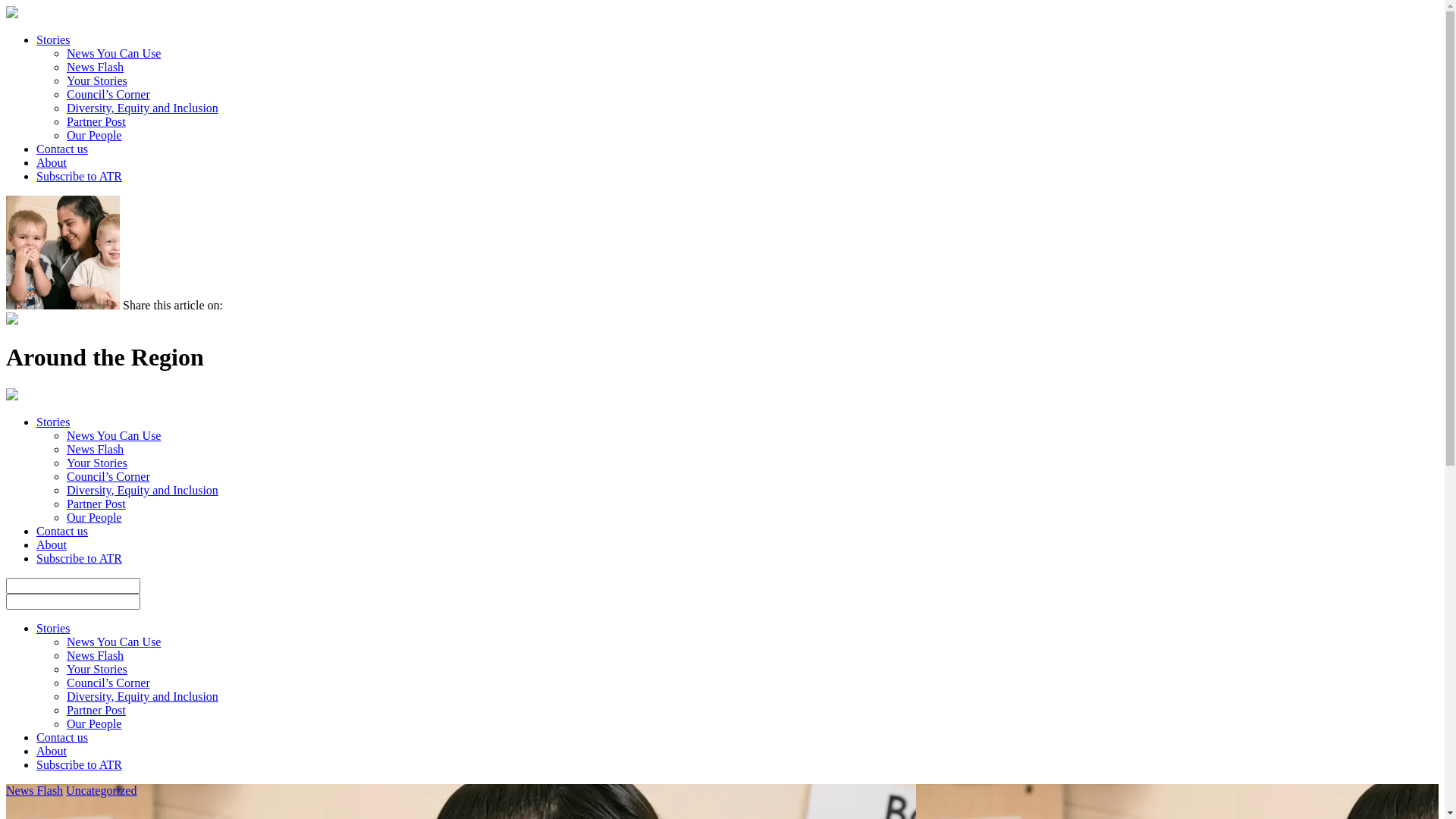 This screenshot has height=819, width=1456. What do you see at coordinates (61, 736) in the screenshot?
I see `'Contact us'` at bounding box center [61, 736].